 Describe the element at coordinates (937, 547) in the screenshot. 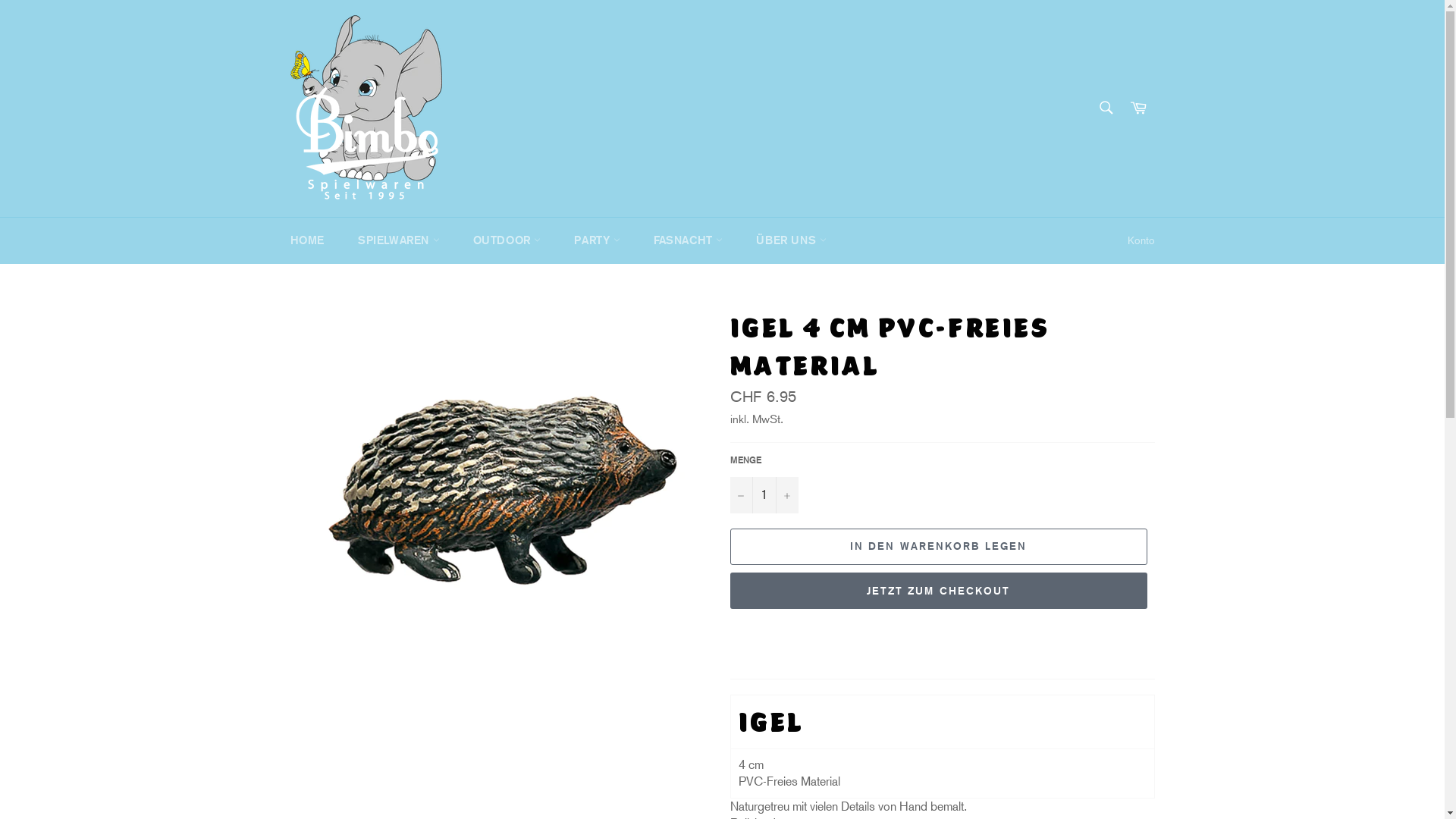

I see `'IN DEN WARENKORB LEGEN'` at that location.